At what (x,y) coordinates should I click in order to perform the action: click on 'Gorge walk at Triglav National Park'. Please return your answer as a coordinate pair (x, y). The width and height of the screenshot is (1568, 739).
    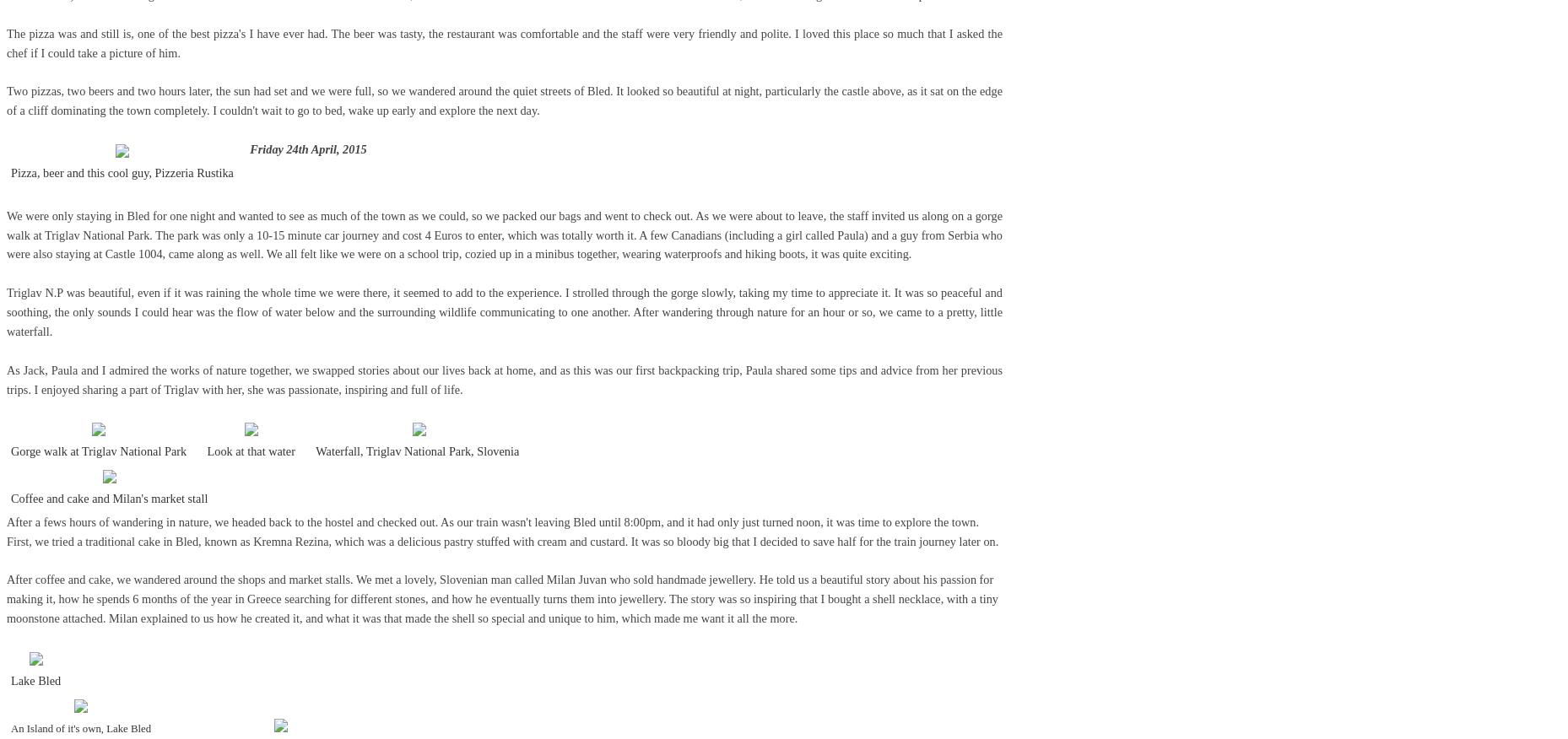
    Looking at the image, I should click on (99, 450).